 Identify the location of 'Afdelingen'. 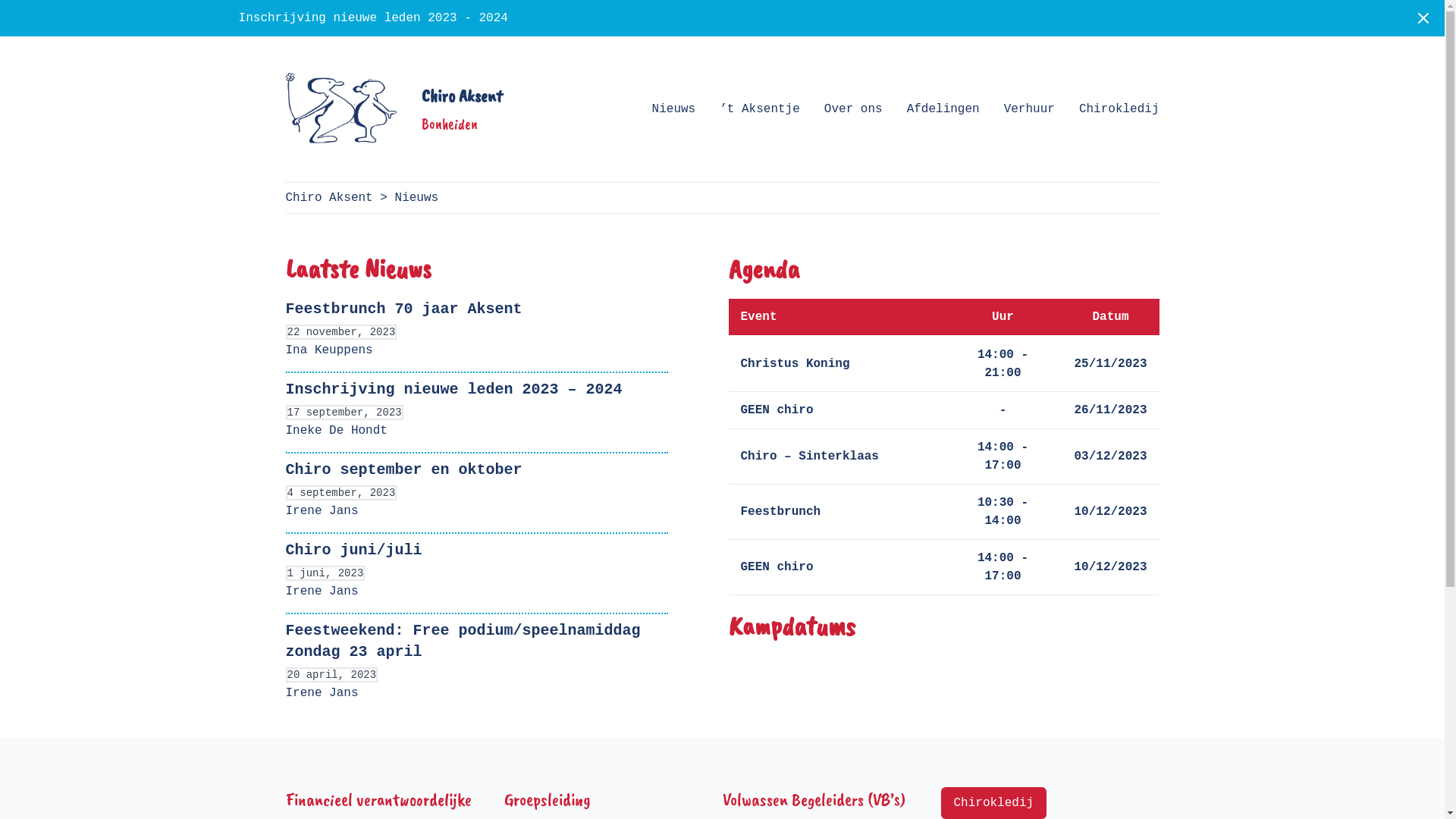
(942, 108).